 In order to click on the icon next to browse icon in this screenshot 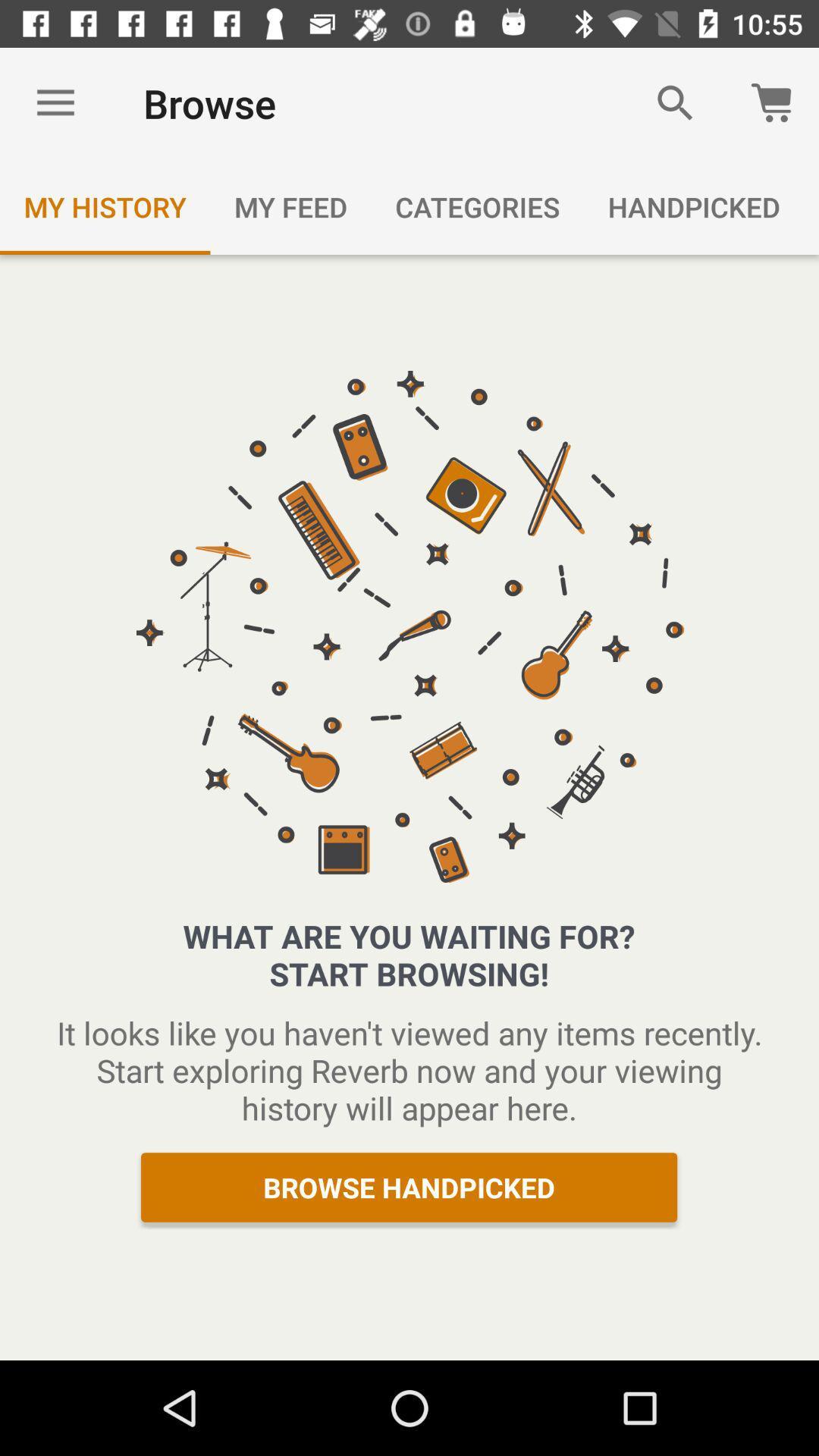, I will do `click(55, 102)`.